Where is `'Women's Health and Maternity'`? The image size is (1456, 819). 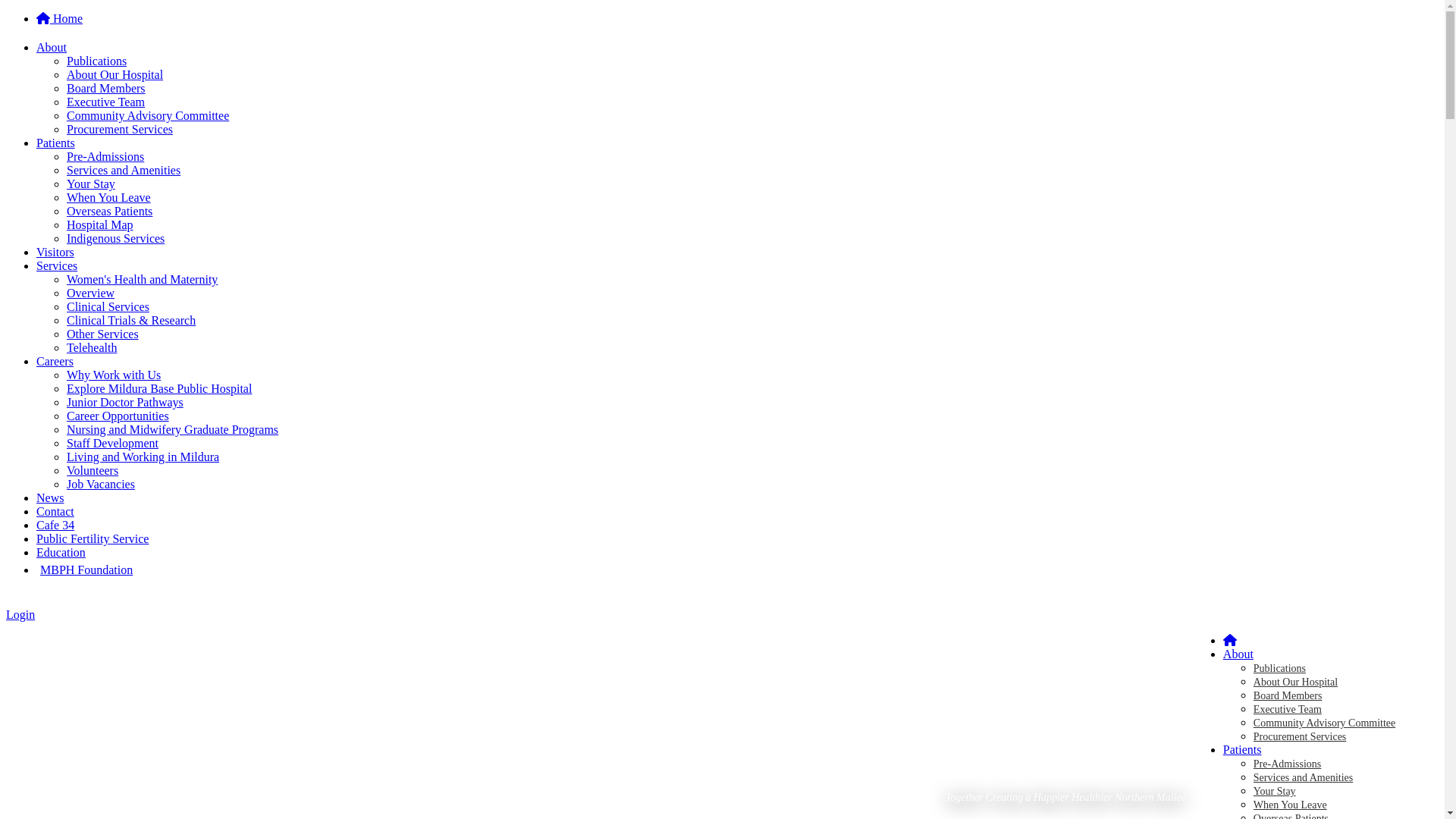
'Women's Health and Maternity' is located at coordinates (65, 279).